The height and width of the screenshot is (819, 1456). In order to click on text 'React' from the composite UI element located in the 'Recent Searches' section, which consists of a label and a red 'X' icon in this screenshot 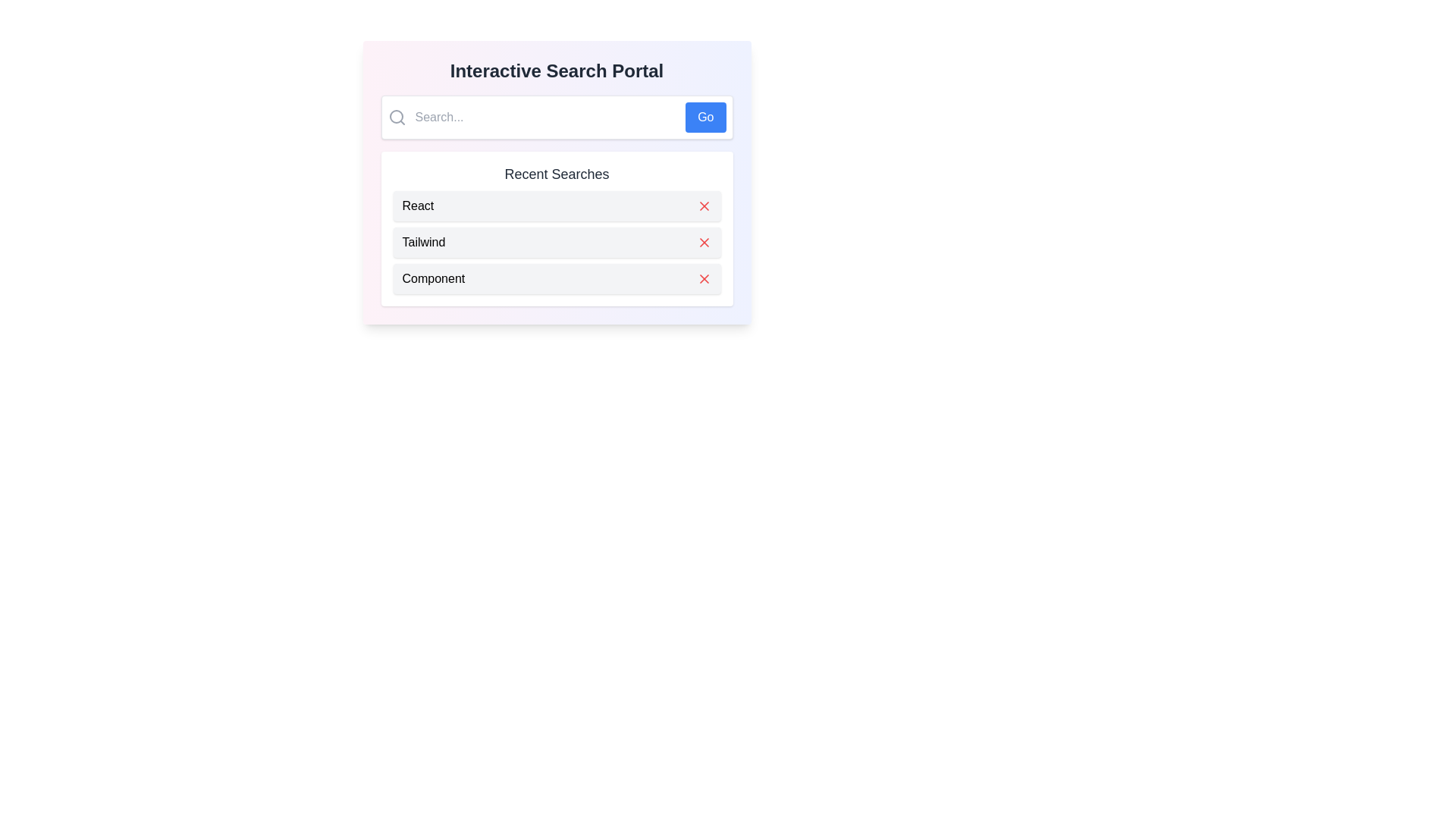, I will do `click(556, 206)`.